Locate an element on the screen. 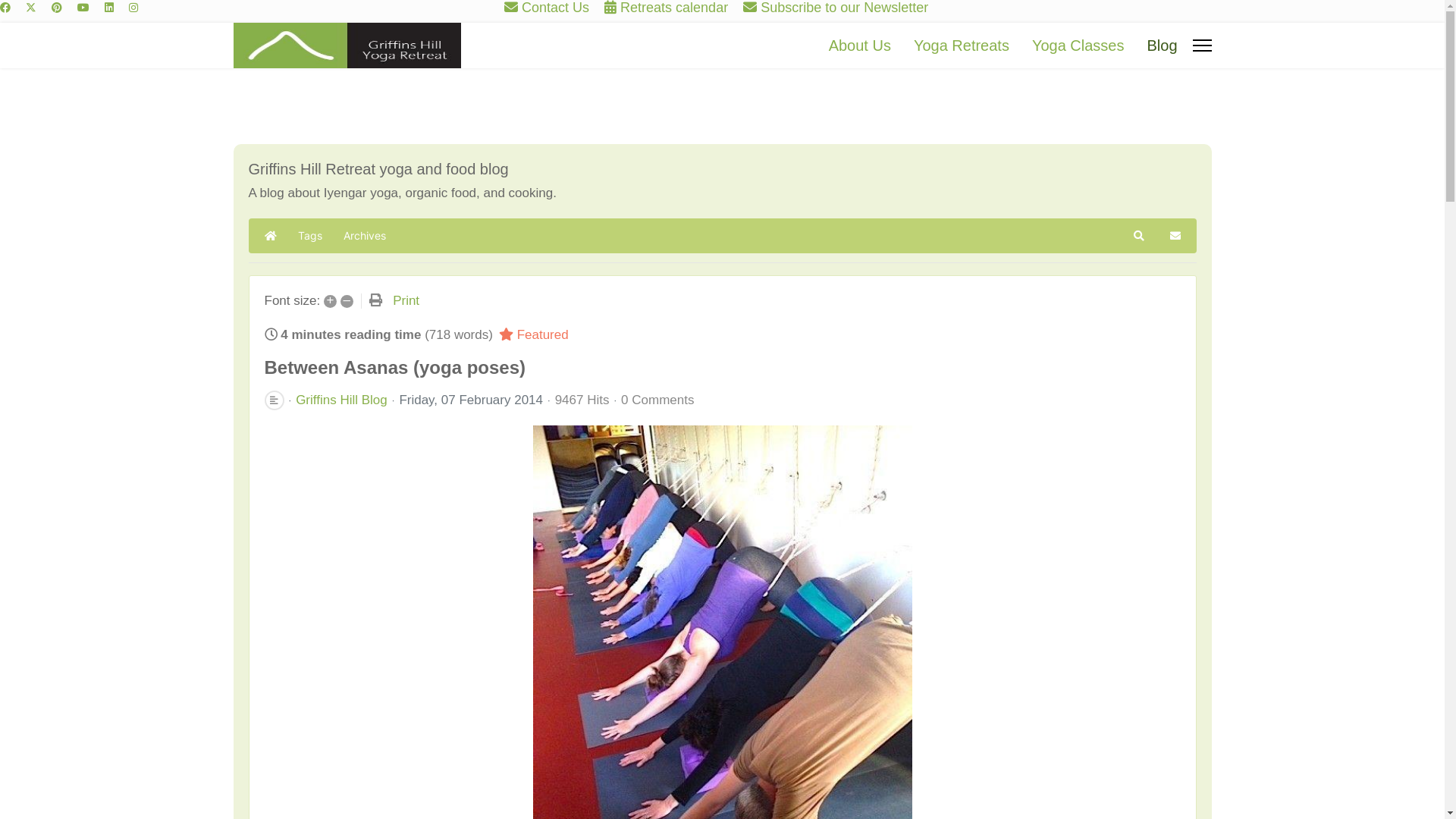 The width and height of the screenshot is (1456, 819). '0 Comments' is located at coordinates (657, 399).